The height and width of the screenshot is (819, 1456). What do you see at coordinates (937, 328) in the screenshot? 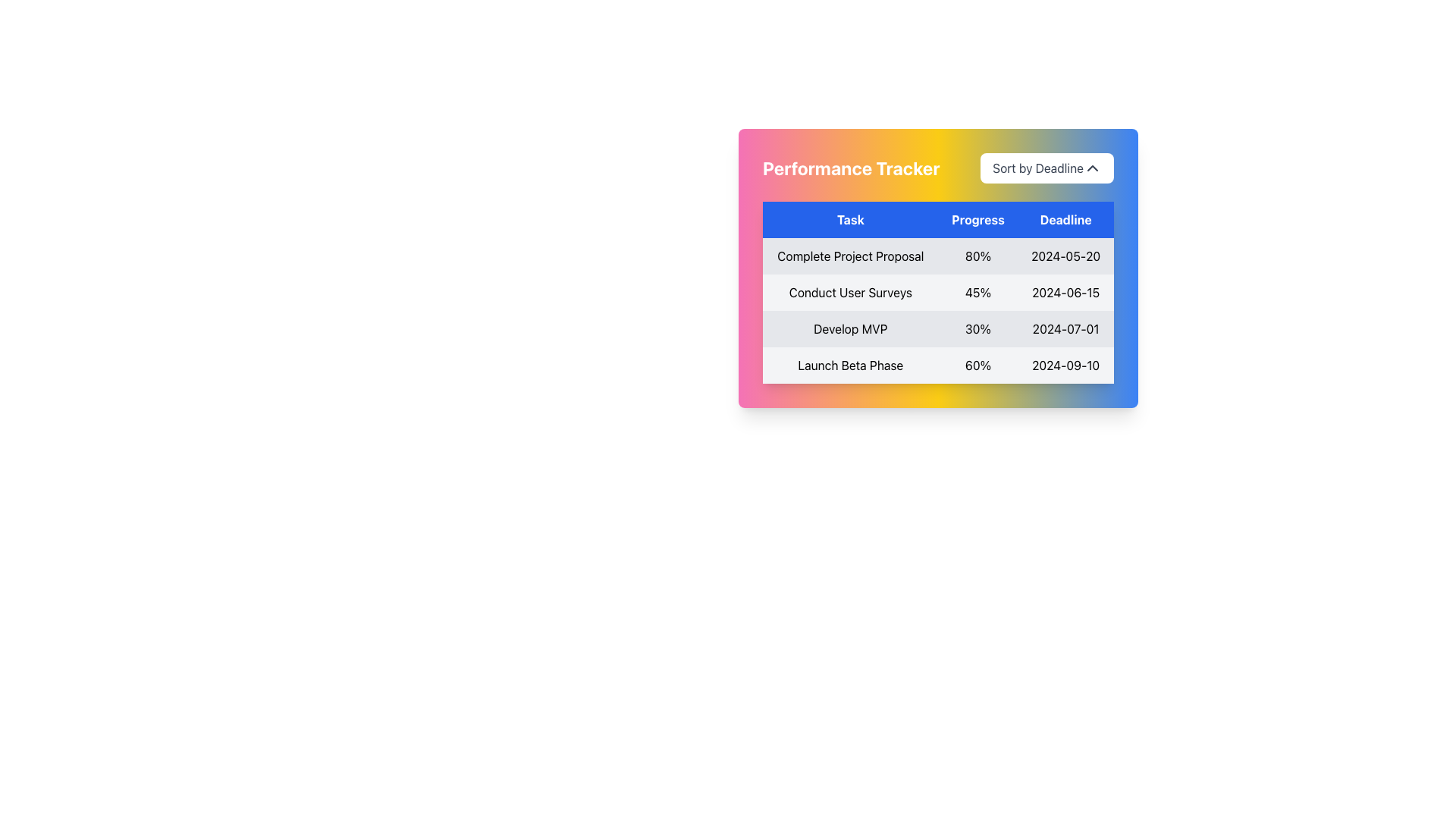
I see `the third row in the 'Performance Tracker' table, which displays task details between 'Conduct User Surveys' and 'Launch Beta Phase'` at bounding box center [937, 328].